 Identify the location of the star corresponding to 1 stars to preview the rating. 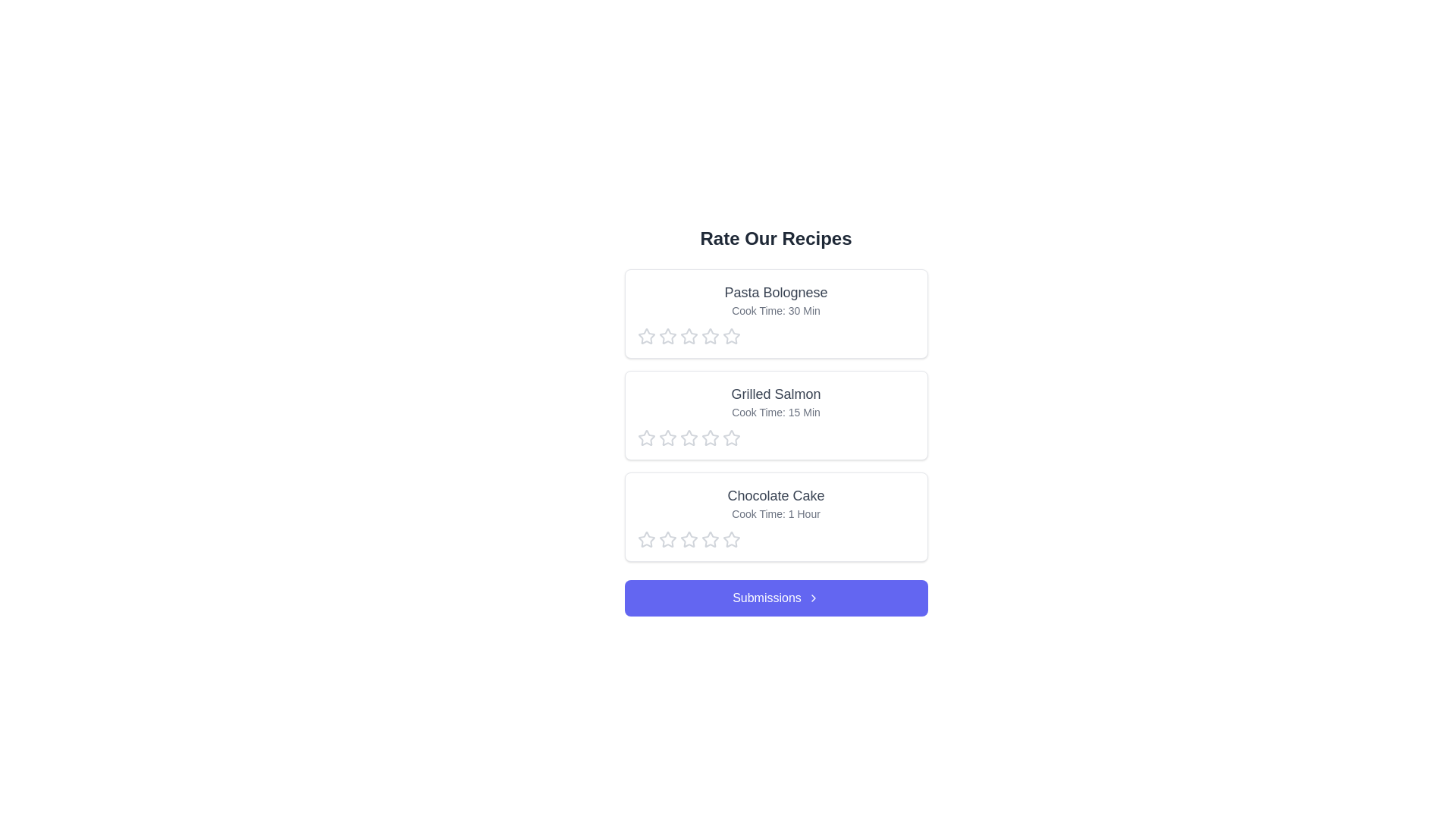
(646, 335).